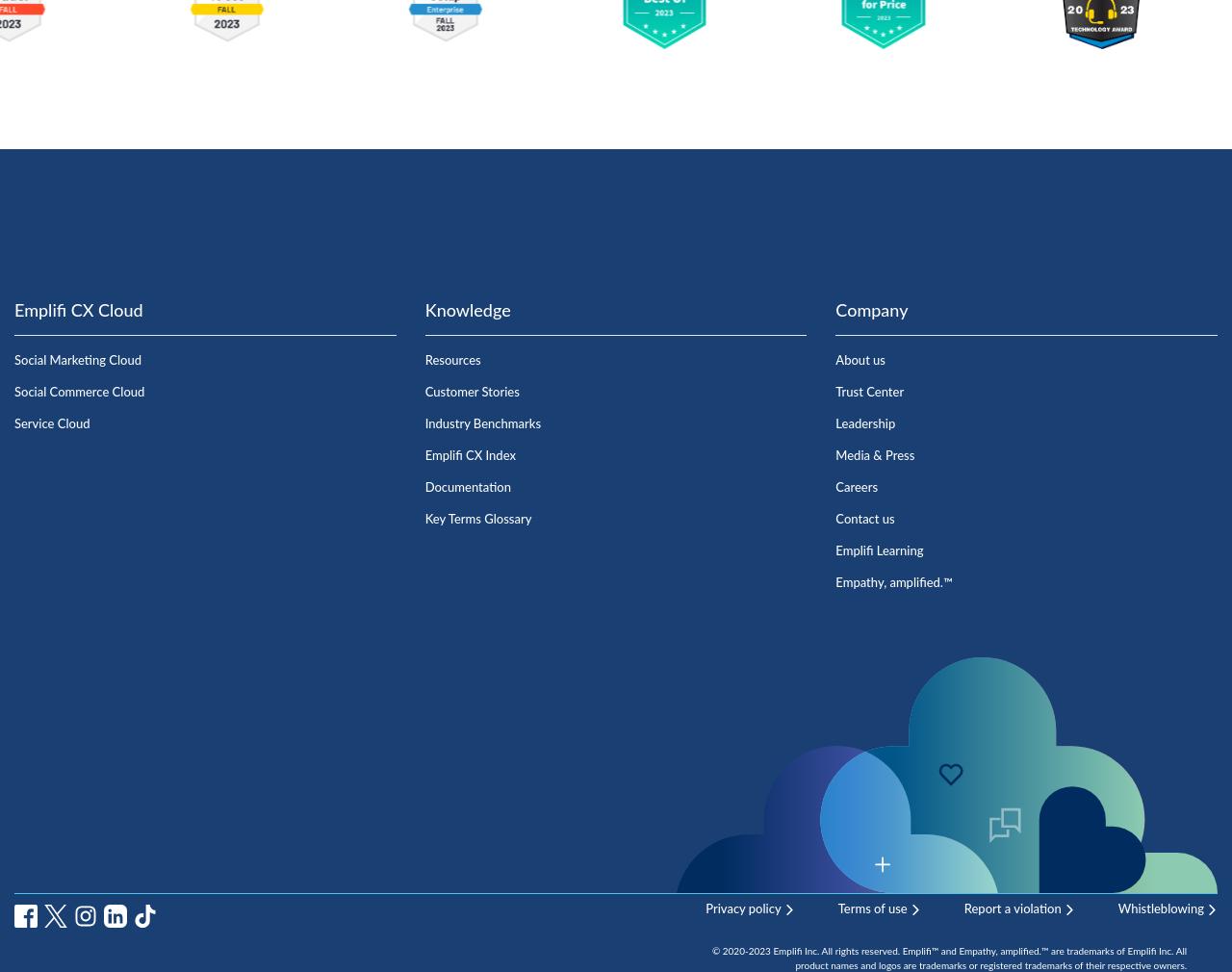 This screenshot has width=1232, height=972. What do you see at coordinates (78, 392) in the screenshot?
I see `'Social Commerce Cloud'` at bounding box center [78, 392].